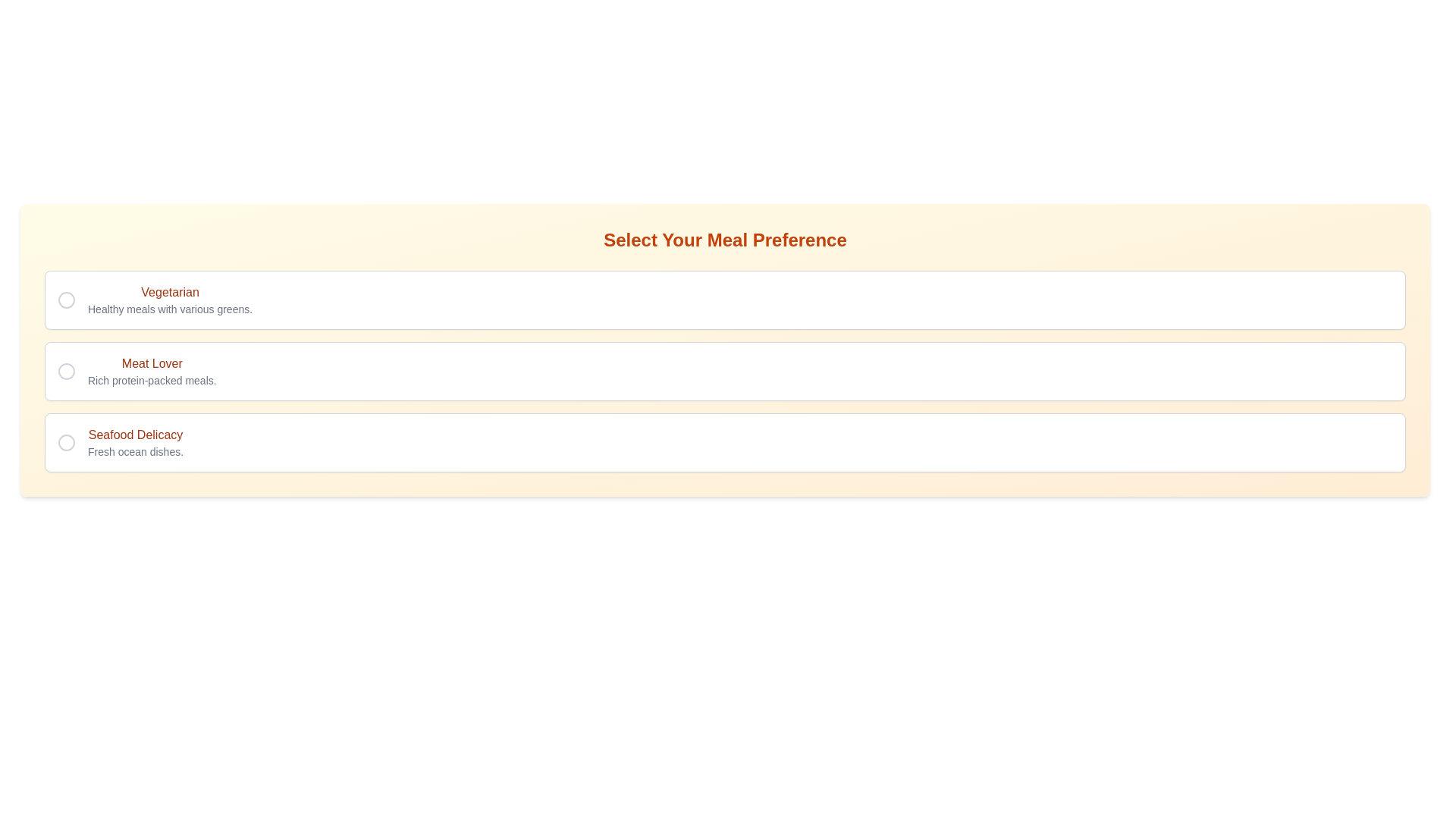  What do you see at coordinates (170, 292) in the screenshot?
I see `the text label displaying the title or name of the selectable meal preference category, which is located on the left side of the first horizontal section, above the descriptive text 'Healthy meals with various greens.'` at bounding box center [170, 292].